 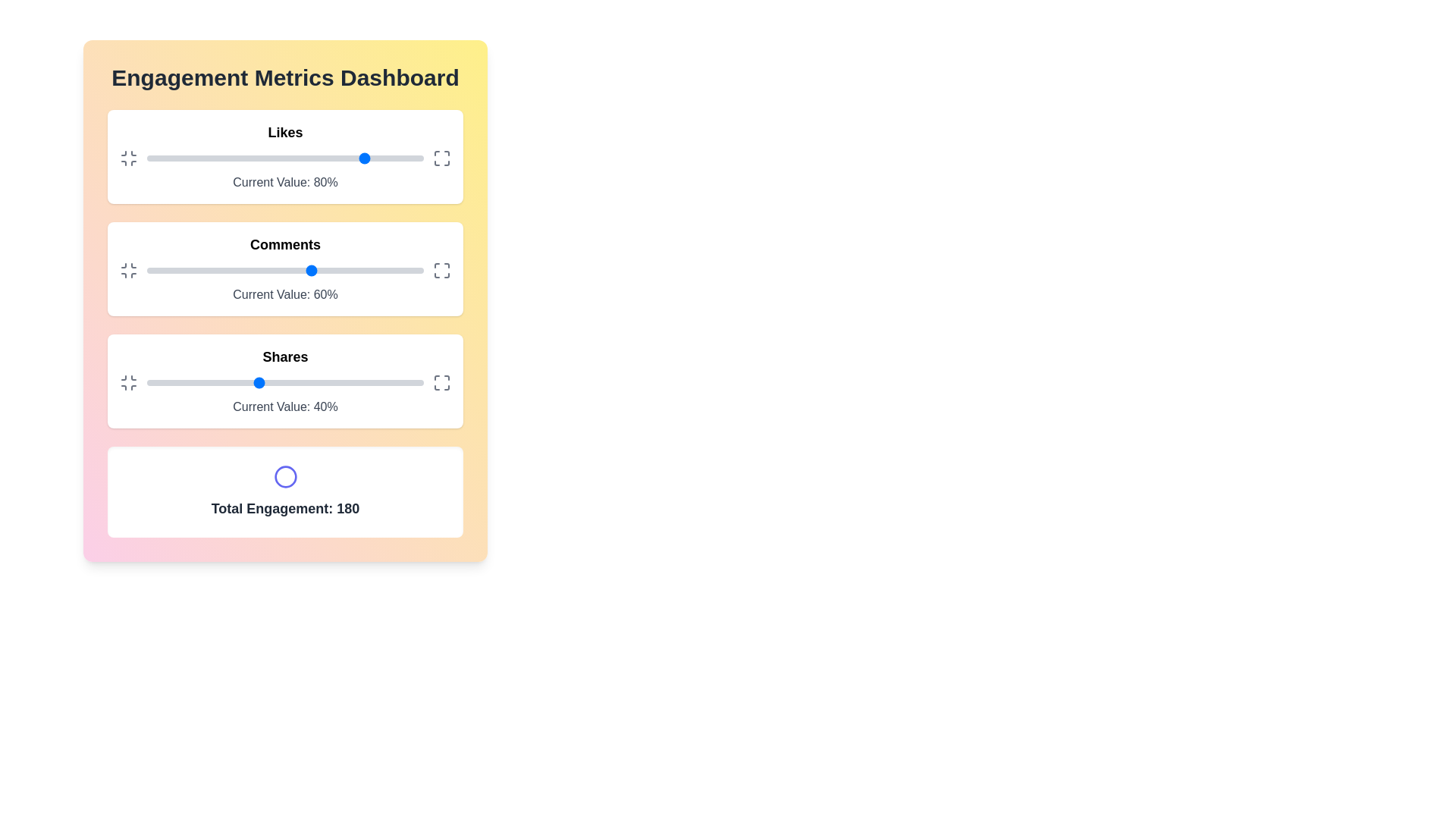 I want to click on comments, so click(x=265, y=270).